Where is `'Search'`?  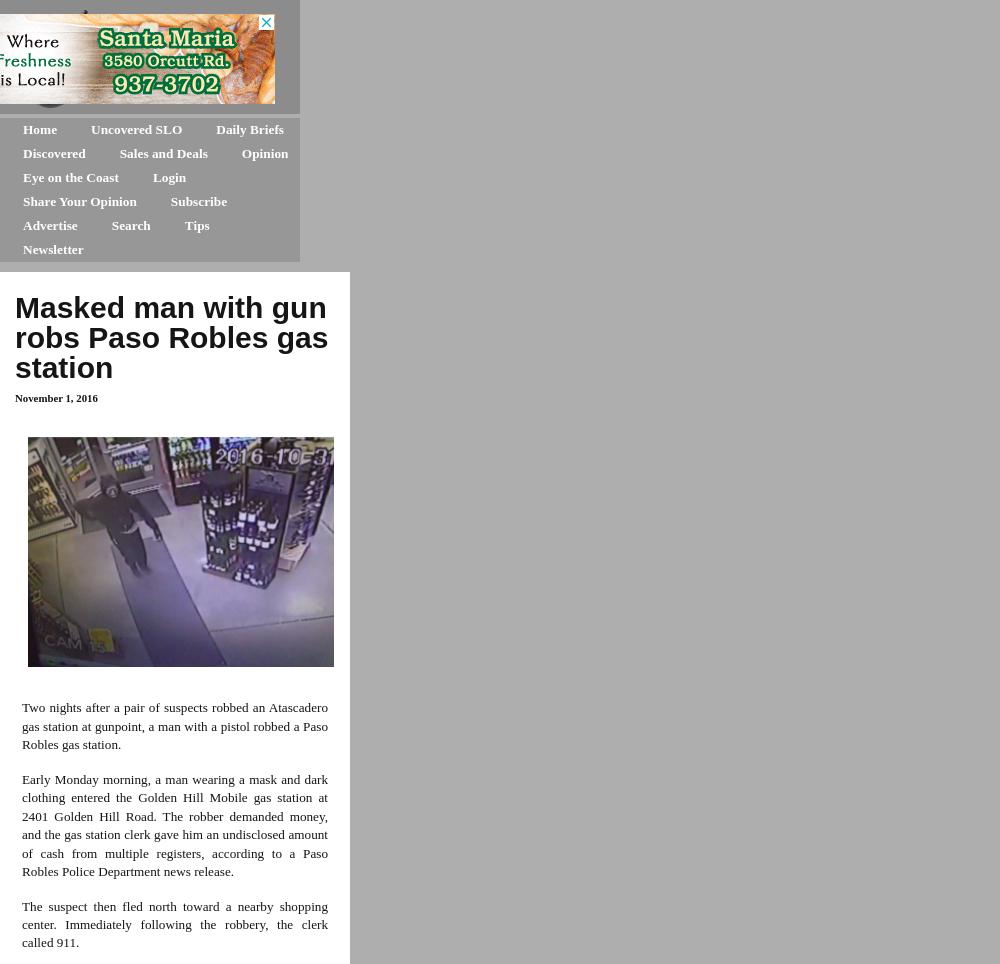 'Search' is located at coordinates (110, 225).